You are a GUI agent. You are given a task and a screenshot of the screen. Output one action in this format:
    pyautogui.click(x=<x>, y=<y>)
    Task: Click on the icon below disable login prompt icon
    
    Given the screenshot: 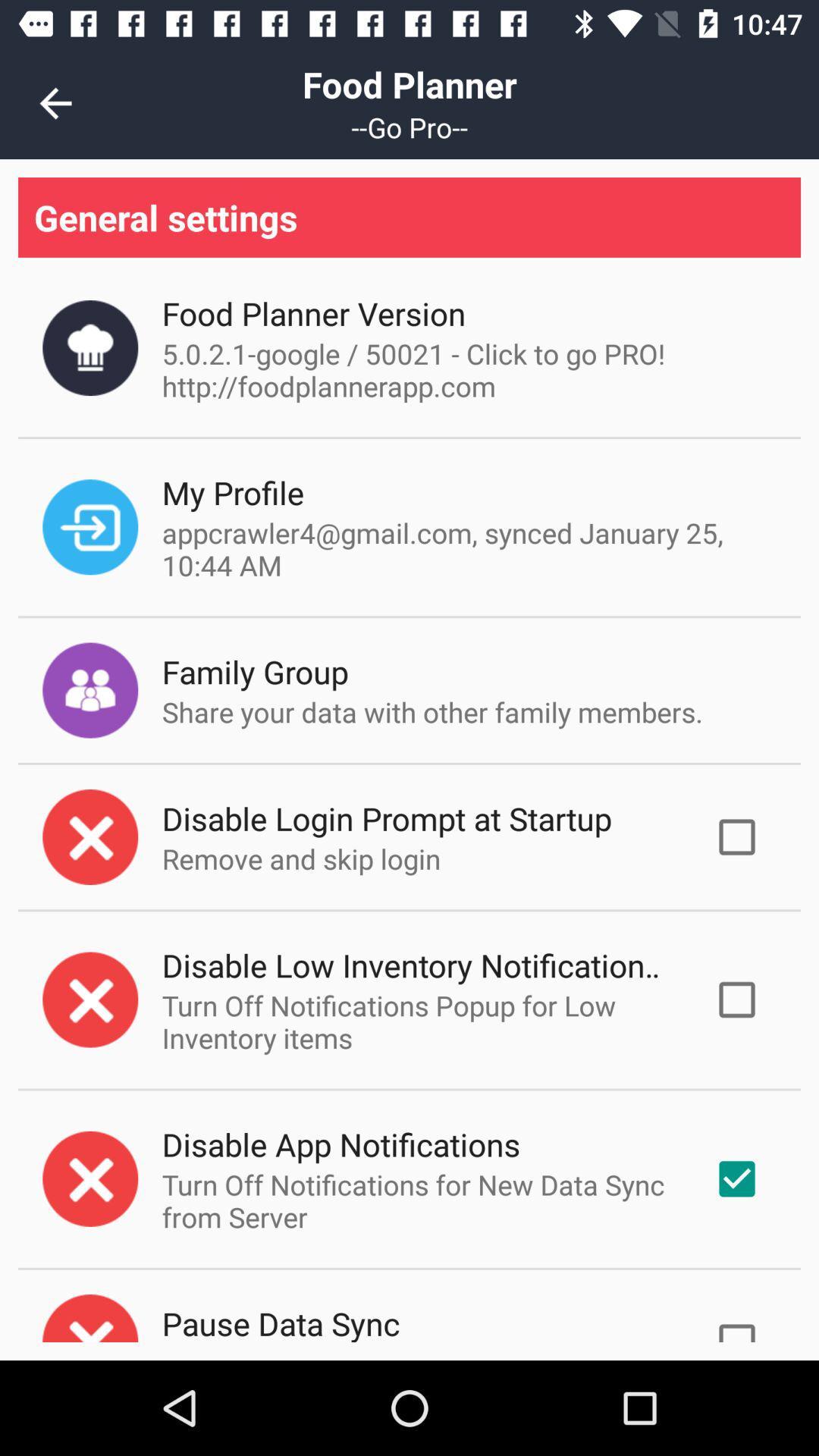 What is the action you would take?
    pyautogui.click(x=301, y=858)
    